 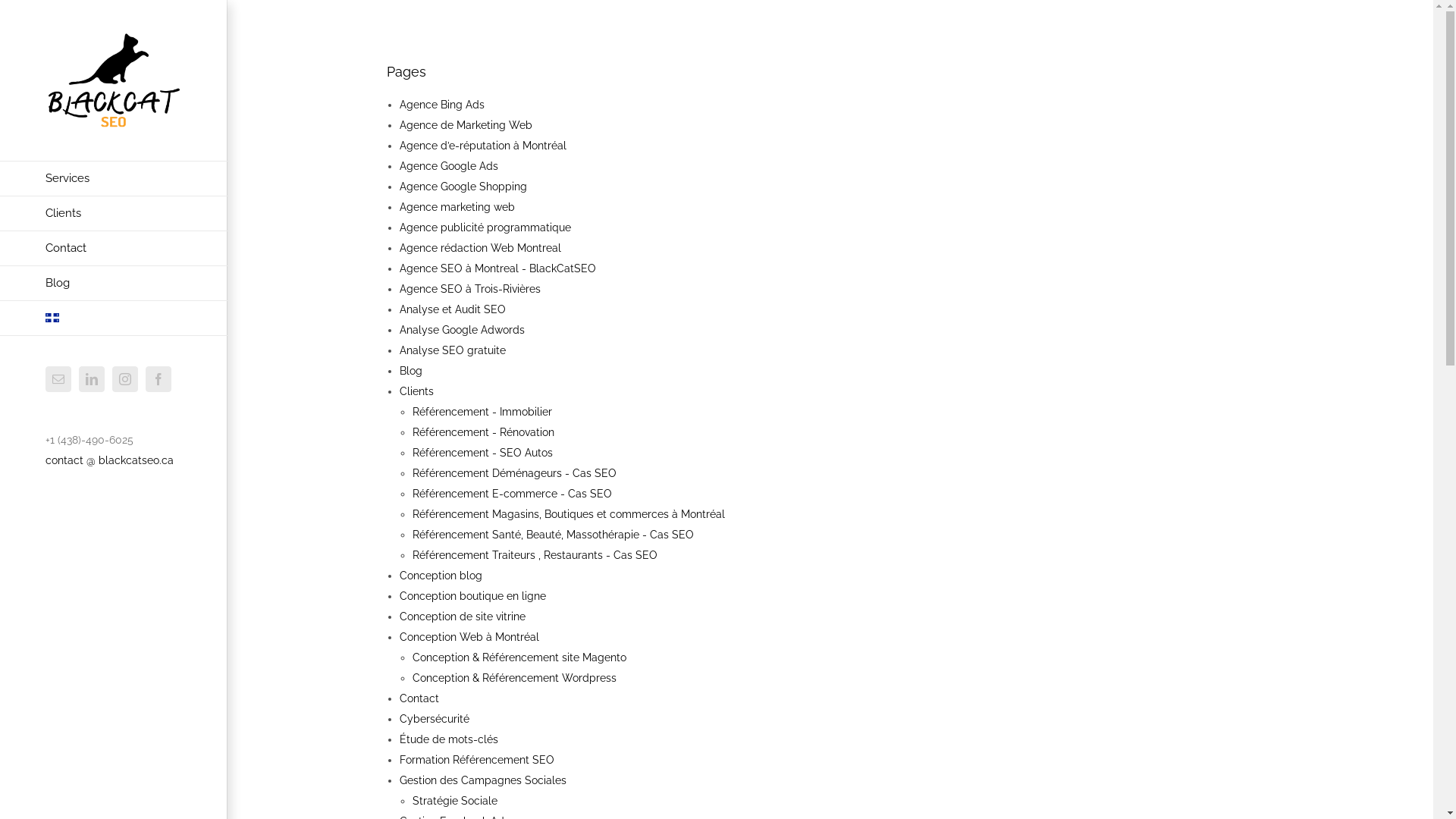 What do you see at coordinates (112, 177) in the screenshot?
I see `'Services'` at bounding box center [112, 177].